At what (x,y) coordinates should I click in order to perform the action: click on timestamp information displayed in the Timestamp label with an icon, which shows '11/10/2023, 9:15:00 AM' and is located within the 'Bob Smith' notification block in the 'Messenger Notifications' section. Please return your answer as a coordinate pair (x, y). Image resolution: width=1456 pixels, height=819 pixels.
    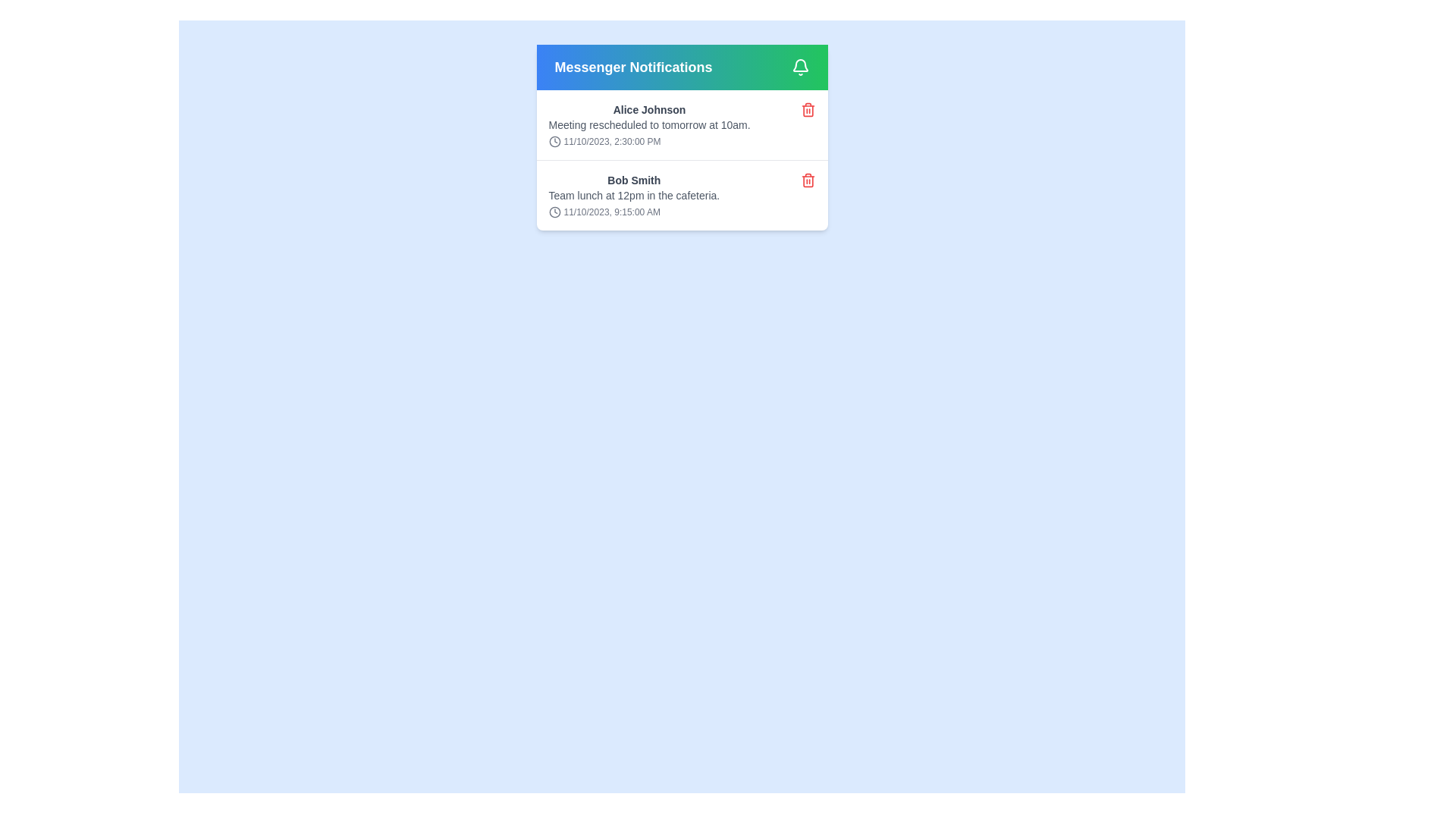
    Looking at the image, I should click on (634, 212).